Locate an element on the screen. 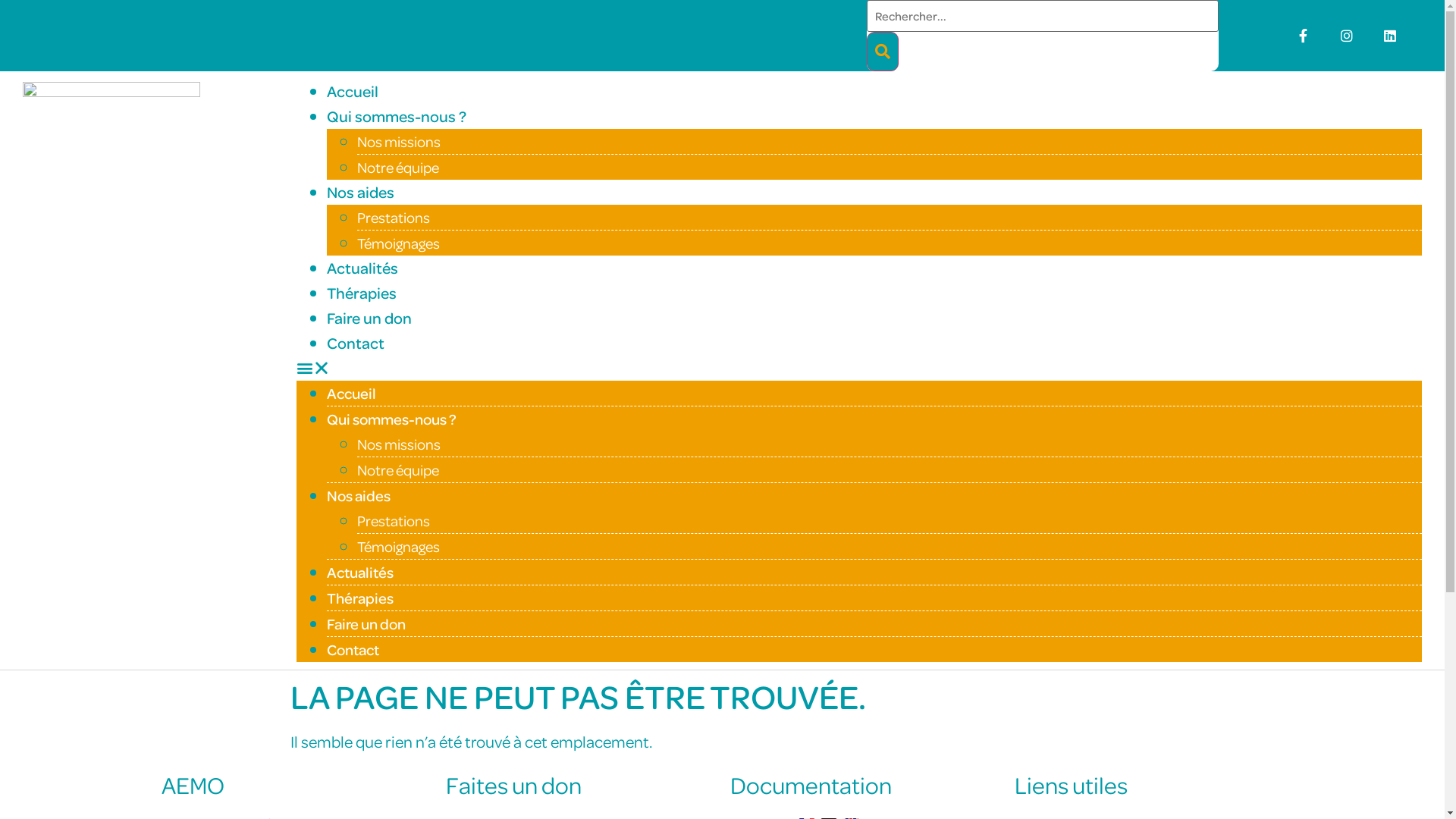 This screenshot has width=1456, height=819. 'Nos missions' is located at coordinates (399, 141).